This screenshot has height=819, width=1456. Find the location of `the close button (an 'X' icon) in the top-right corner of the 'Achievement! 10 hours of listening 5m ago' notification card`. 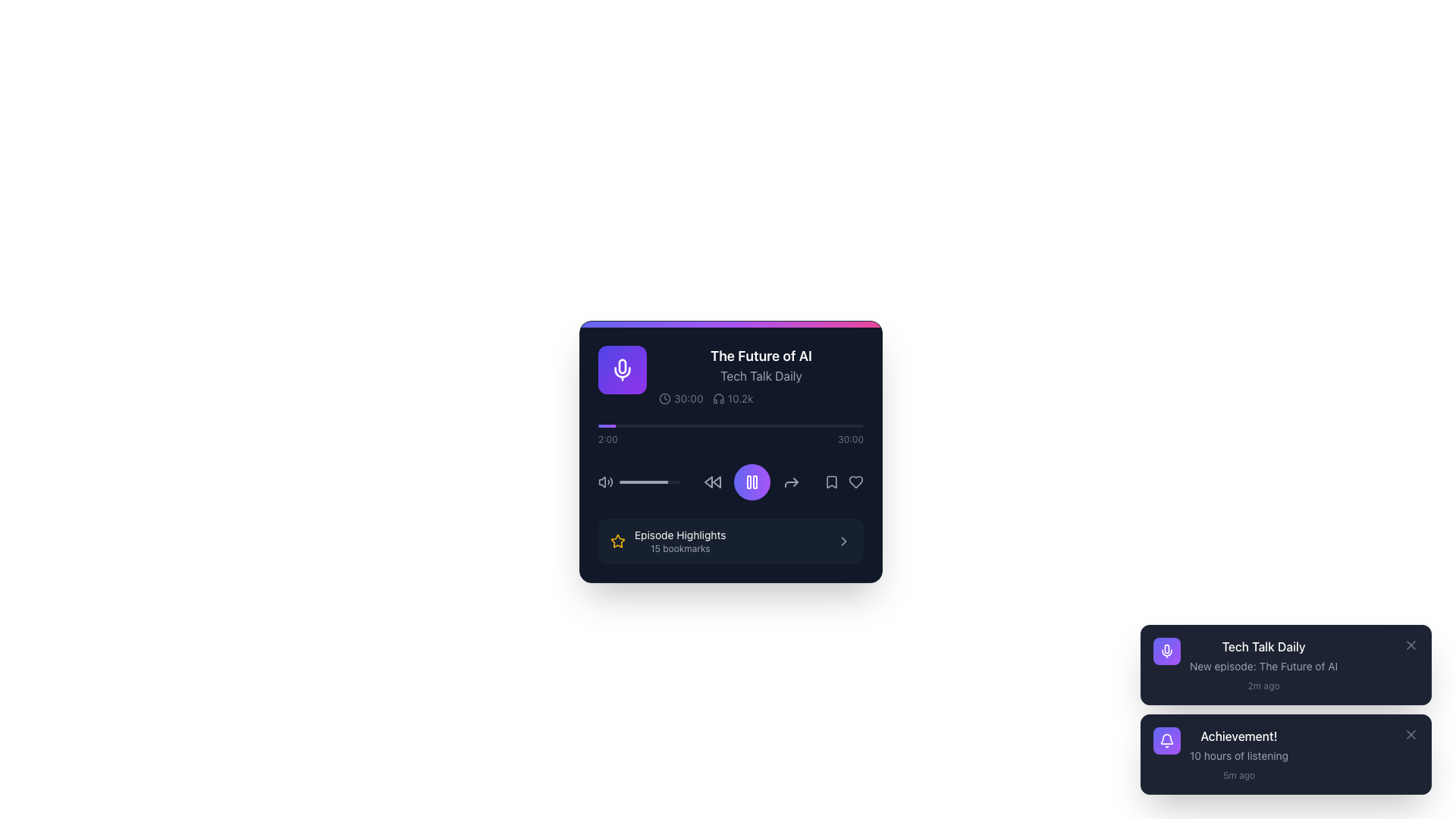

the close button (an 'X' icon) in the top-right corner of the 'Achievement! 10 hours of listening 5m ago' notification card is located at coordinates (1410, 733).